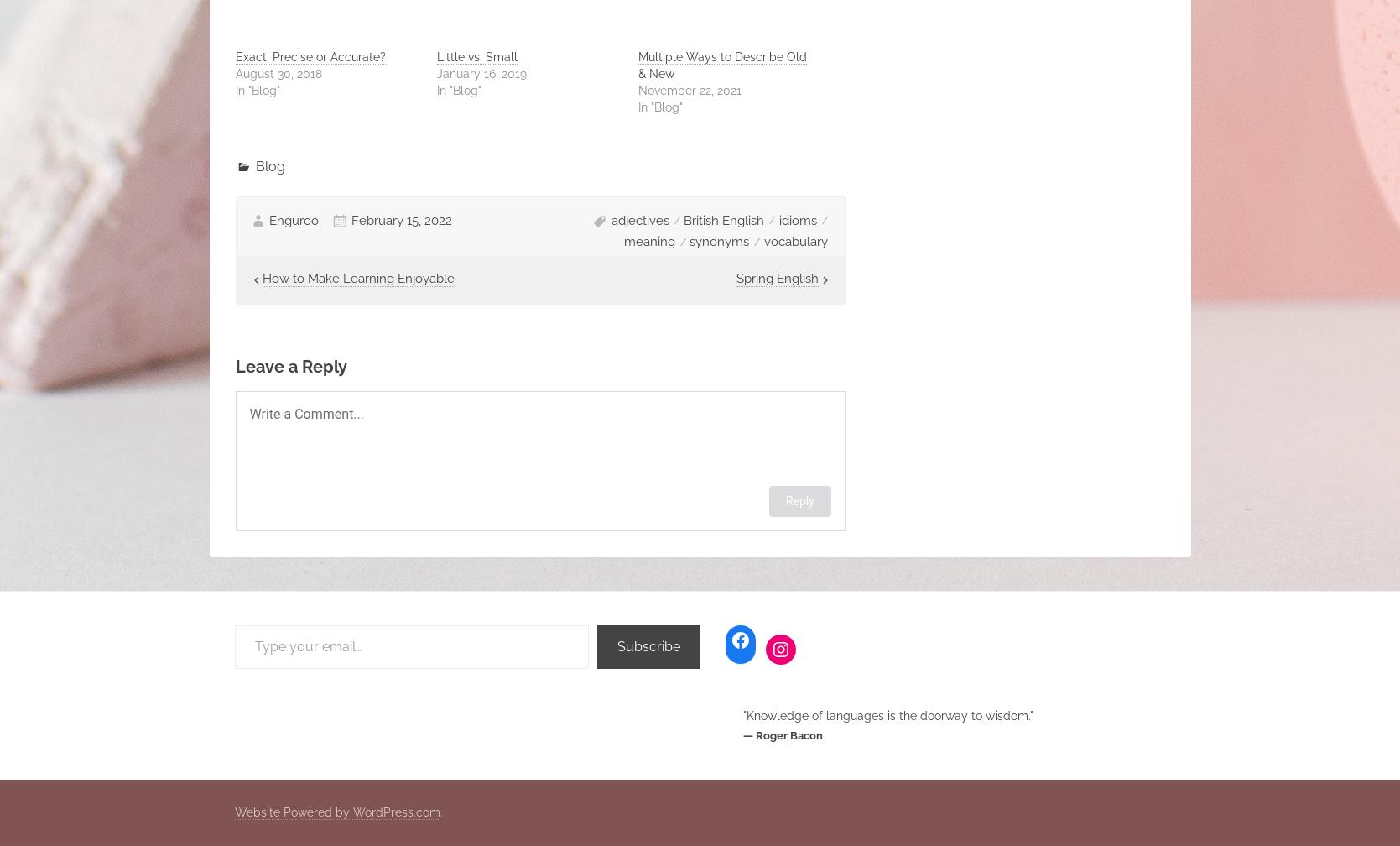  What do you see at coordinates (886, 715) in the screenshot?
I see `'"Knowledge of languages is the doorway to wisdom."'` at bounding box center [886, 715].